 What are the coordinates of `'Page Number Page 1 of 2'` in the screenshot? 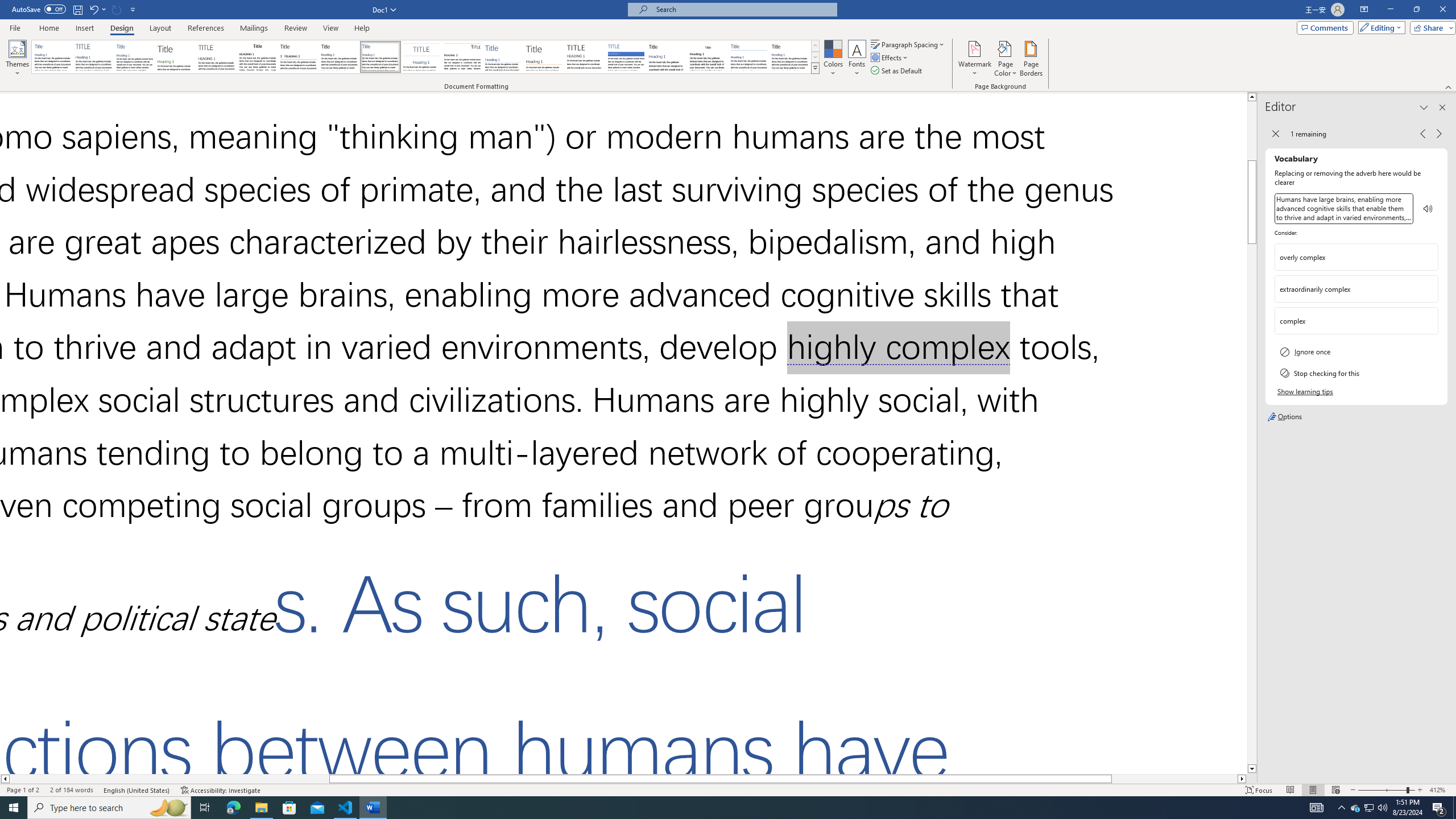 It's located at (23, 790).